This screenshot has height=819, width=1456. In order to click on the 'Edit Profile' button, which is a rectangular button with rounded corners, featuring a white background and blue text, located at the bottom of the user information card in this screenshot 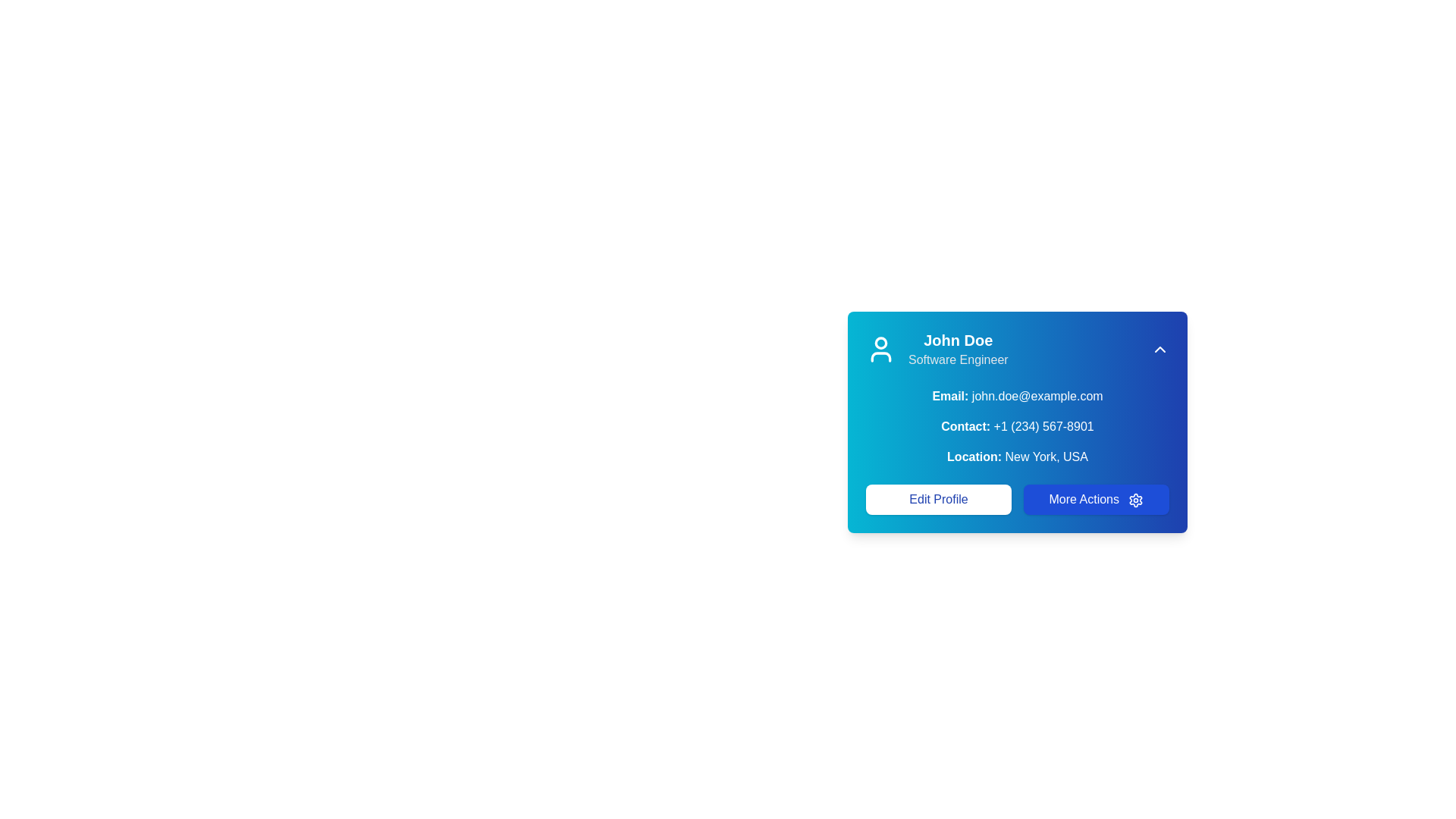, I will do `click(938, 500)`.